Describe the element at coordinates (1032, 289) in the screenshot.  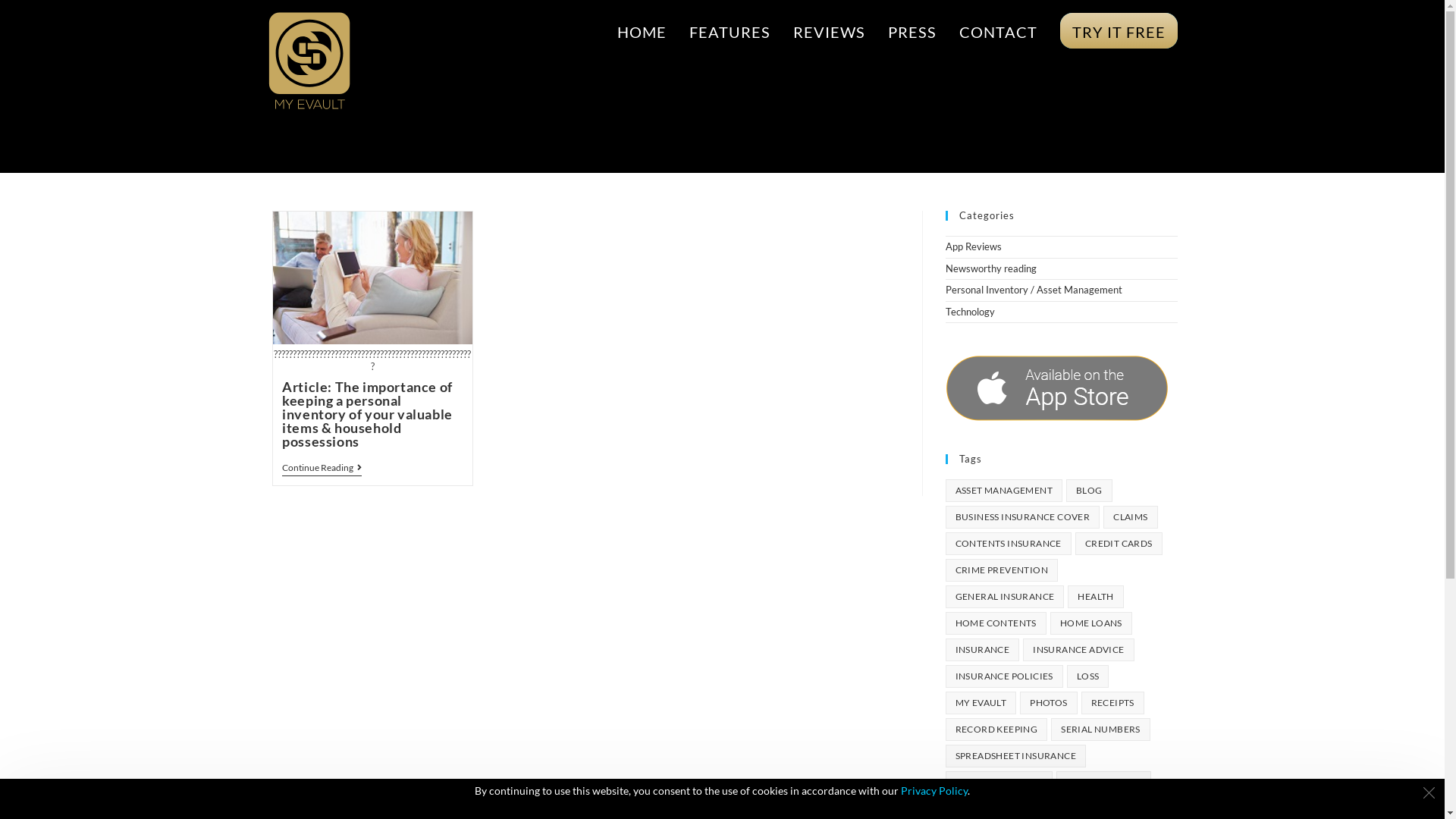
I see `'Personal Inventory / Asset Management'` at that location.